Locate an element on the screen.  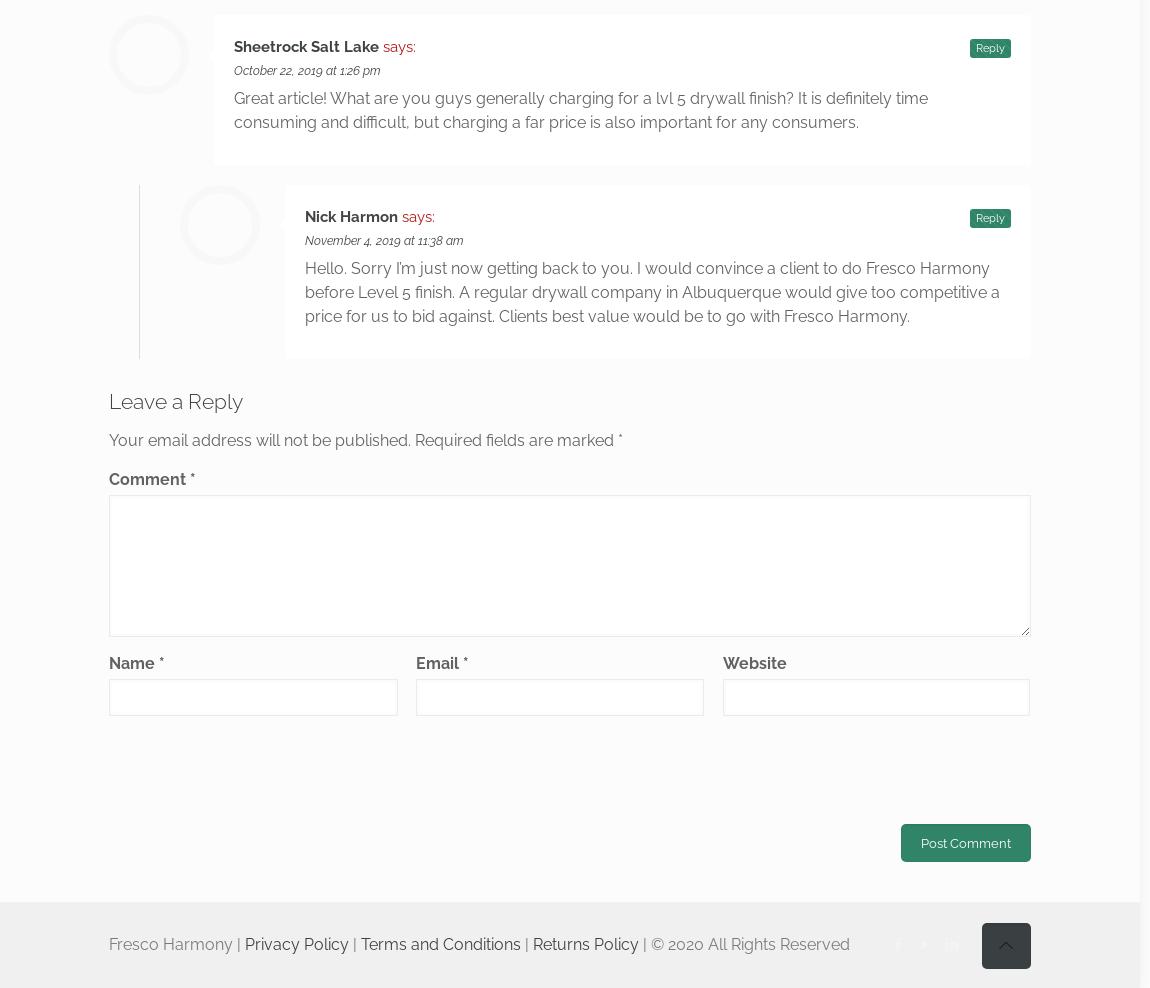
'Your email address will not be published.' is located at coordinates (259, 440).